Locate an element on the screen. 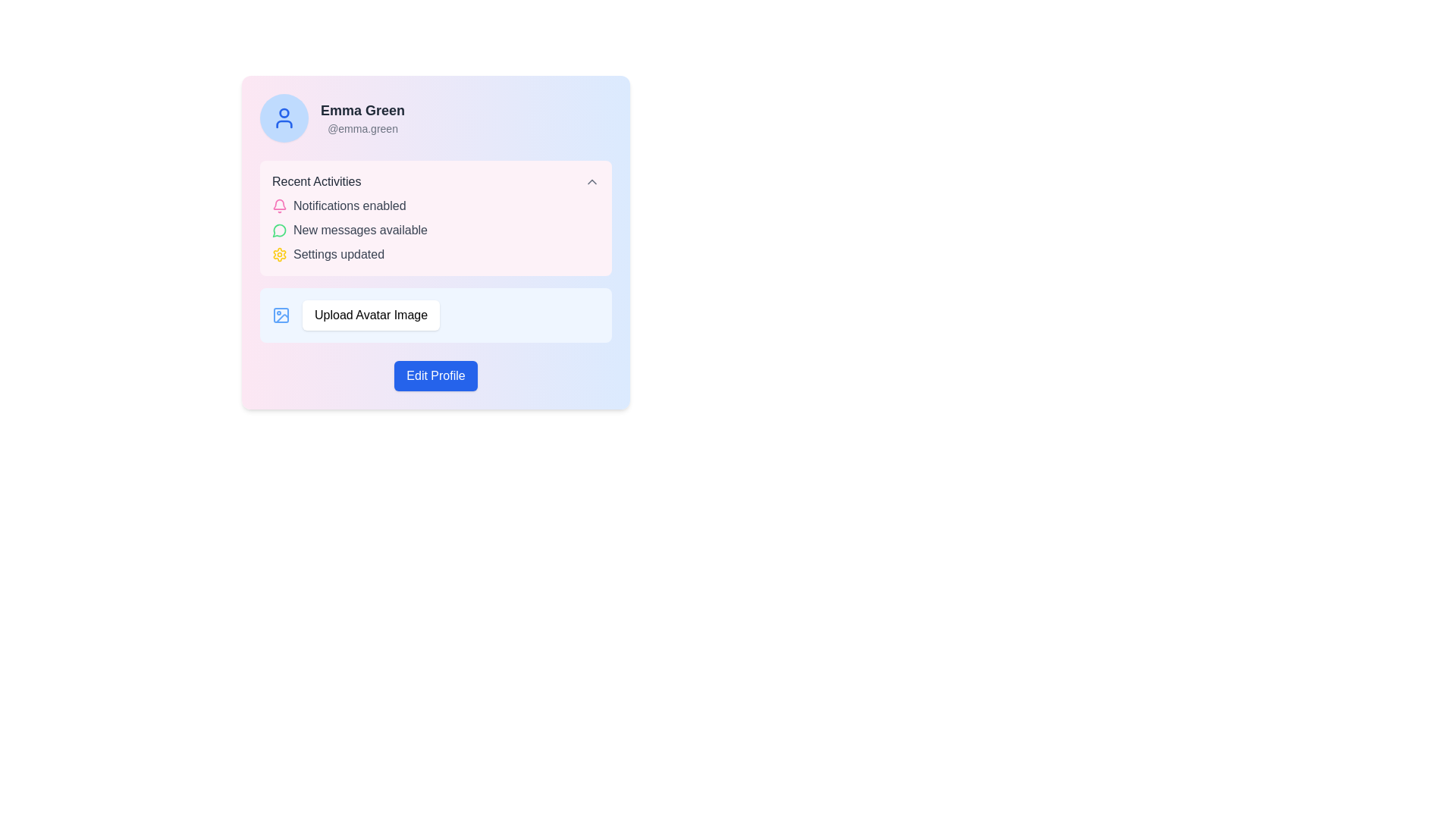 This screenshot has height=819, width=1456. the button labeled 'Upload Avatar Image' is located at coordinates (371, 315).